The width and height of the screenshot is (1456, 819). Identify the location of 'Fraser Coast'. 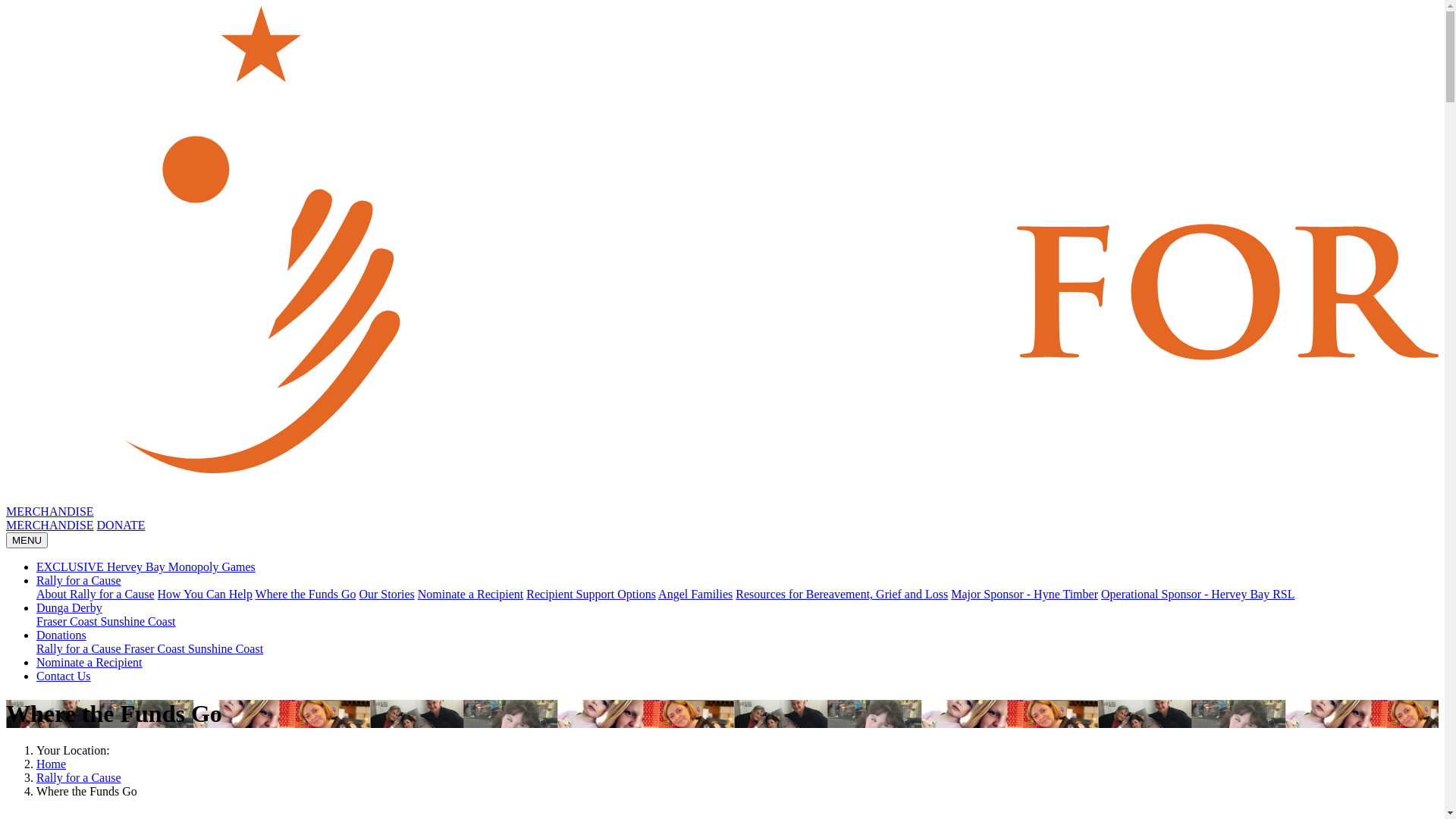
(67, 621).